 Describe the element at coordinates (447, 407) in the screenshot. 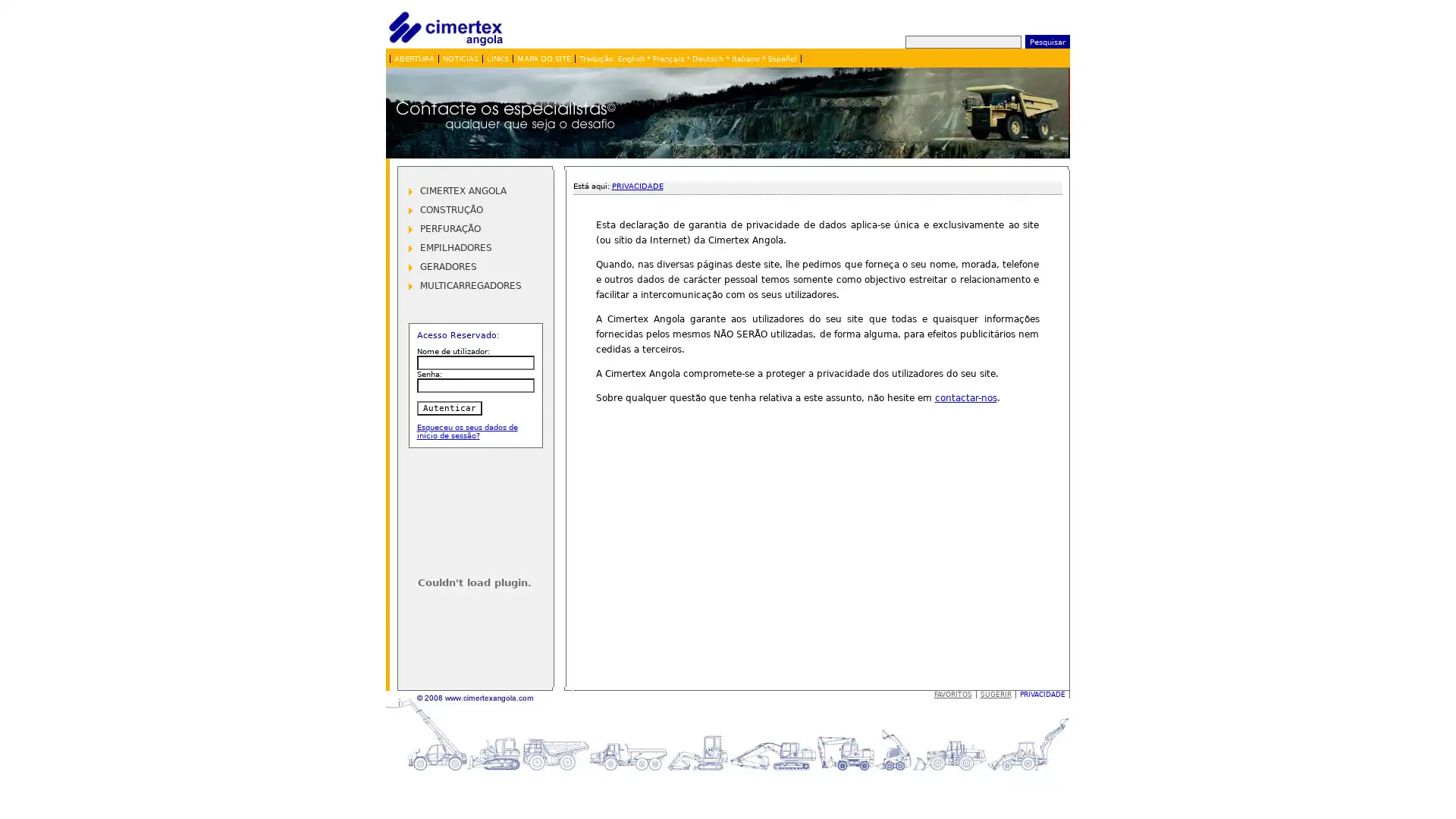

I see `Autenticar` at that location.